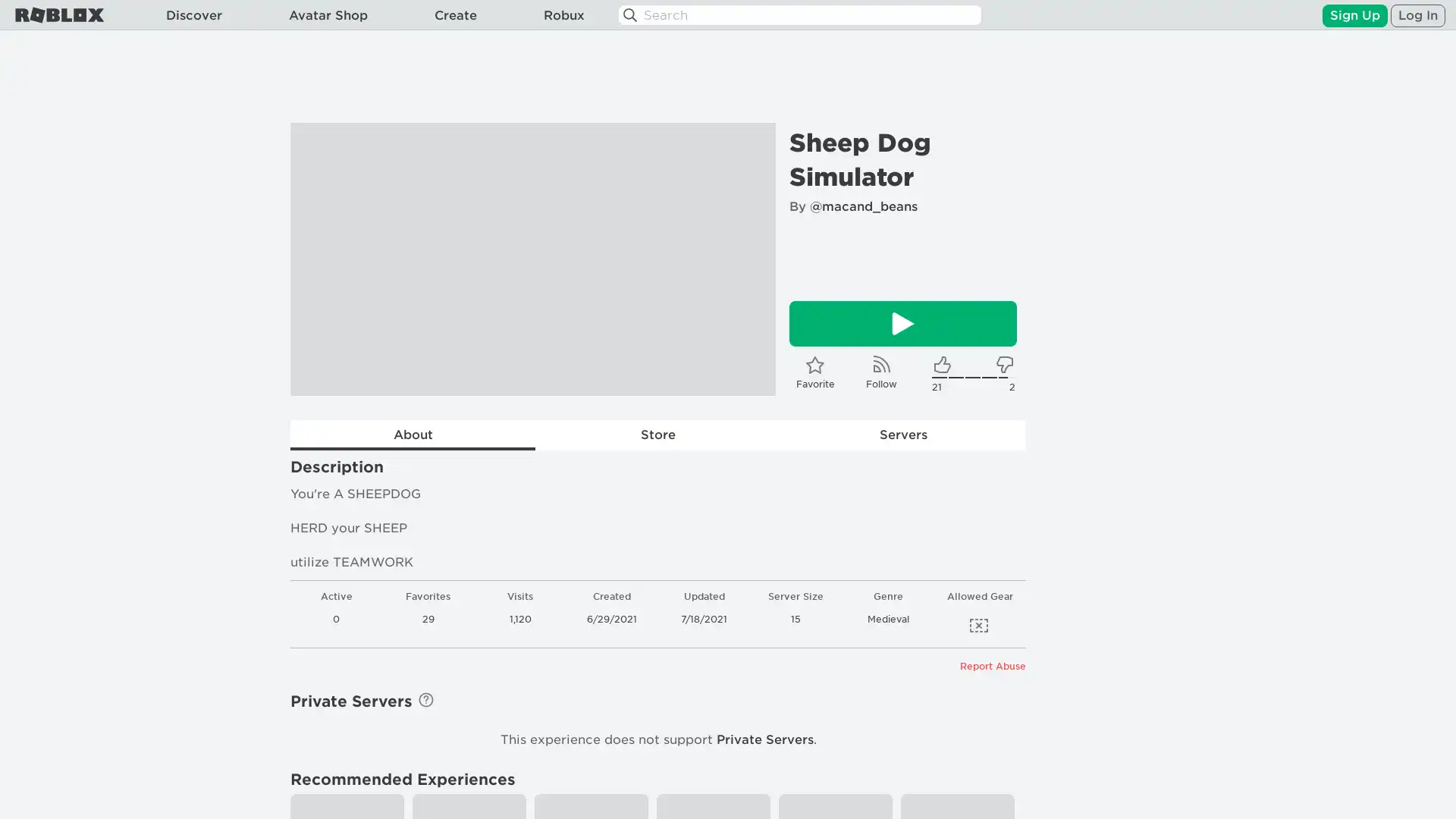  What do you see at coordinates (743, 259) in the screenshot?
I see `Next` at bounding box center [743, 259].